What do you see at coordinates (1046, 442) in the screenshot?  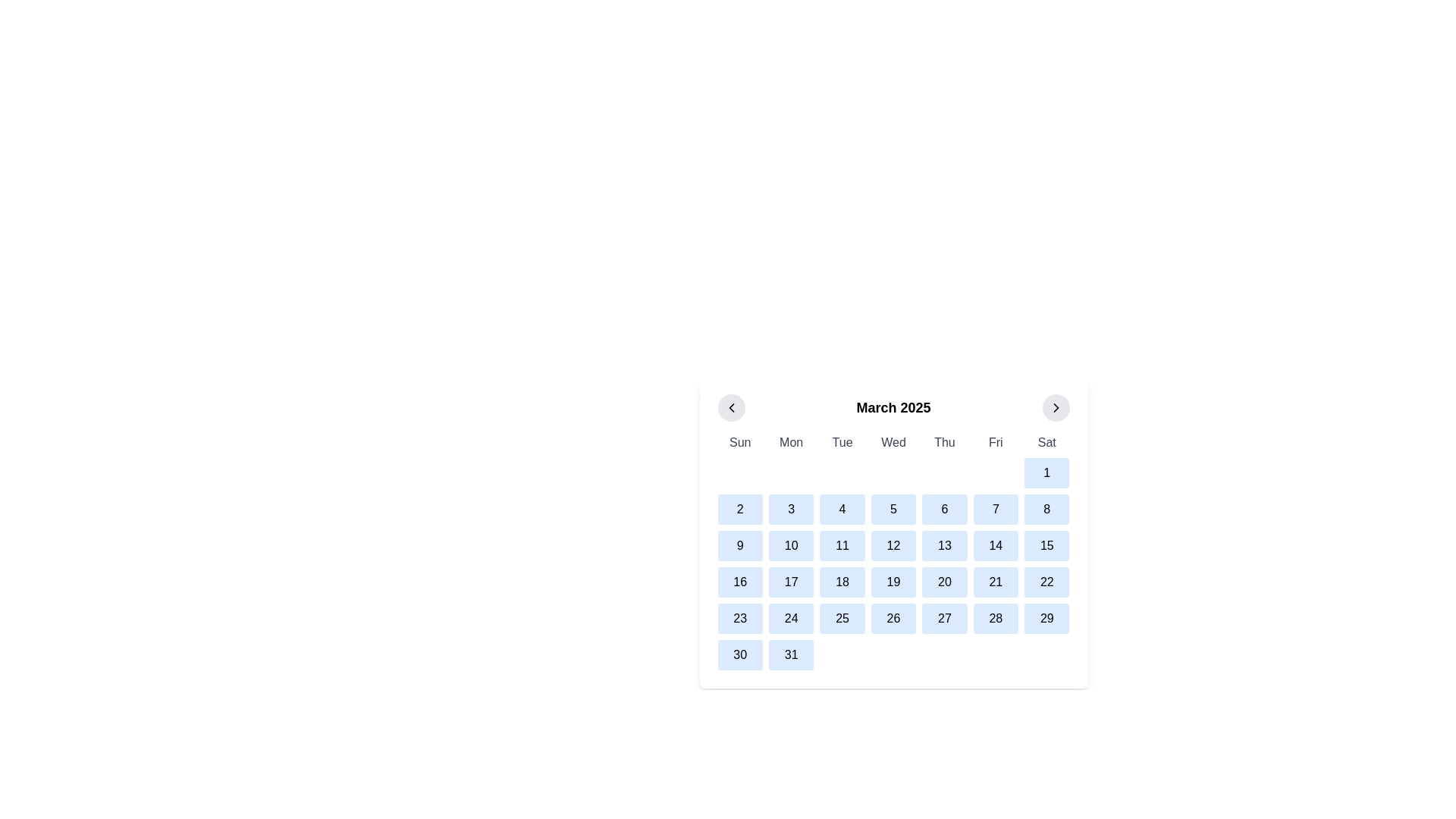 I see `the text element labeled 'Sat', which is the seventh element in a horizontal row representing days of the week` at bounding box center [1046, 442].